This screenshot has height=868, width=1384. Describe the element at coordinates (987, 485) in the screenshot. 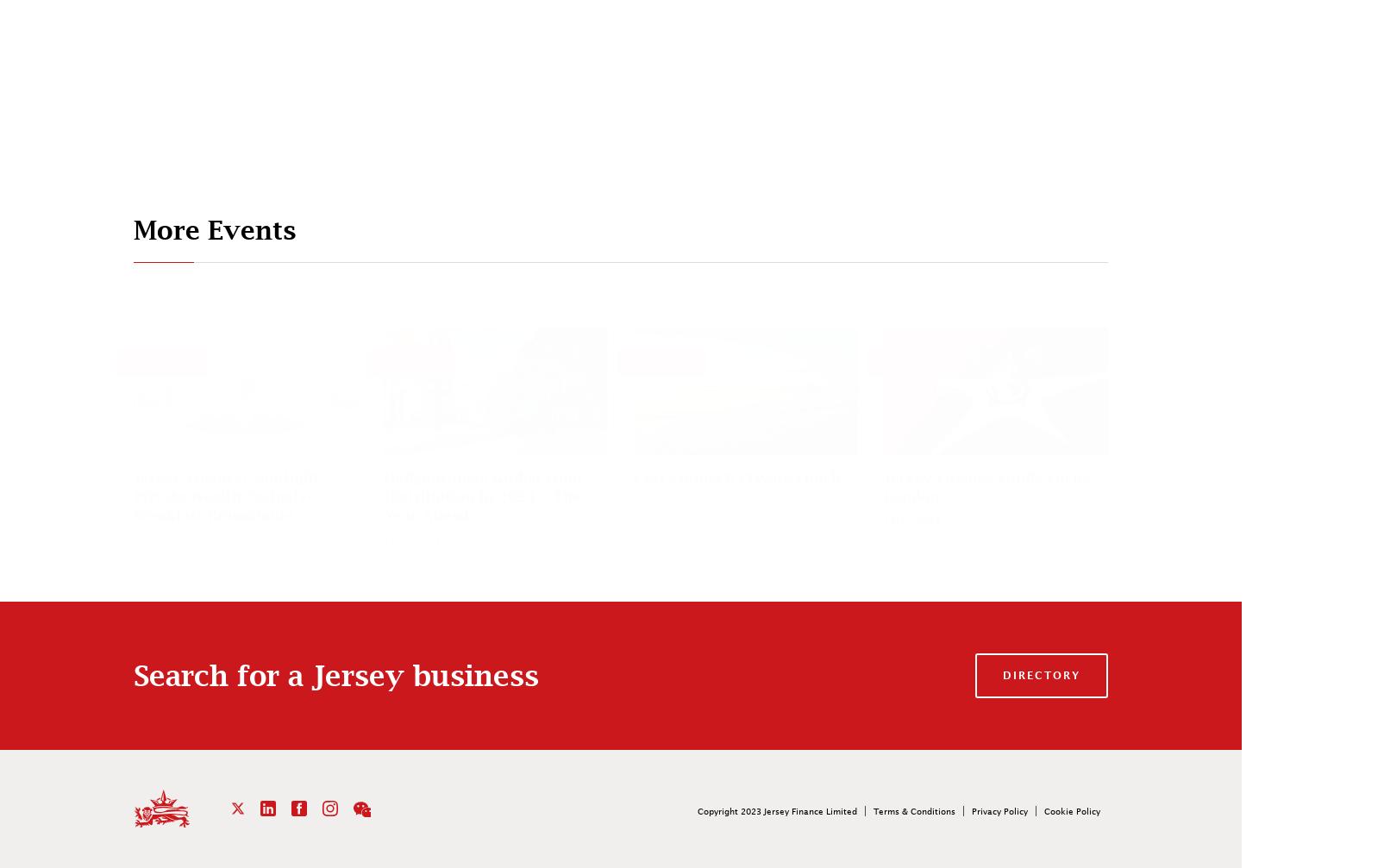

I see `'Jersey Finance Funds Focus: London'` at that location.